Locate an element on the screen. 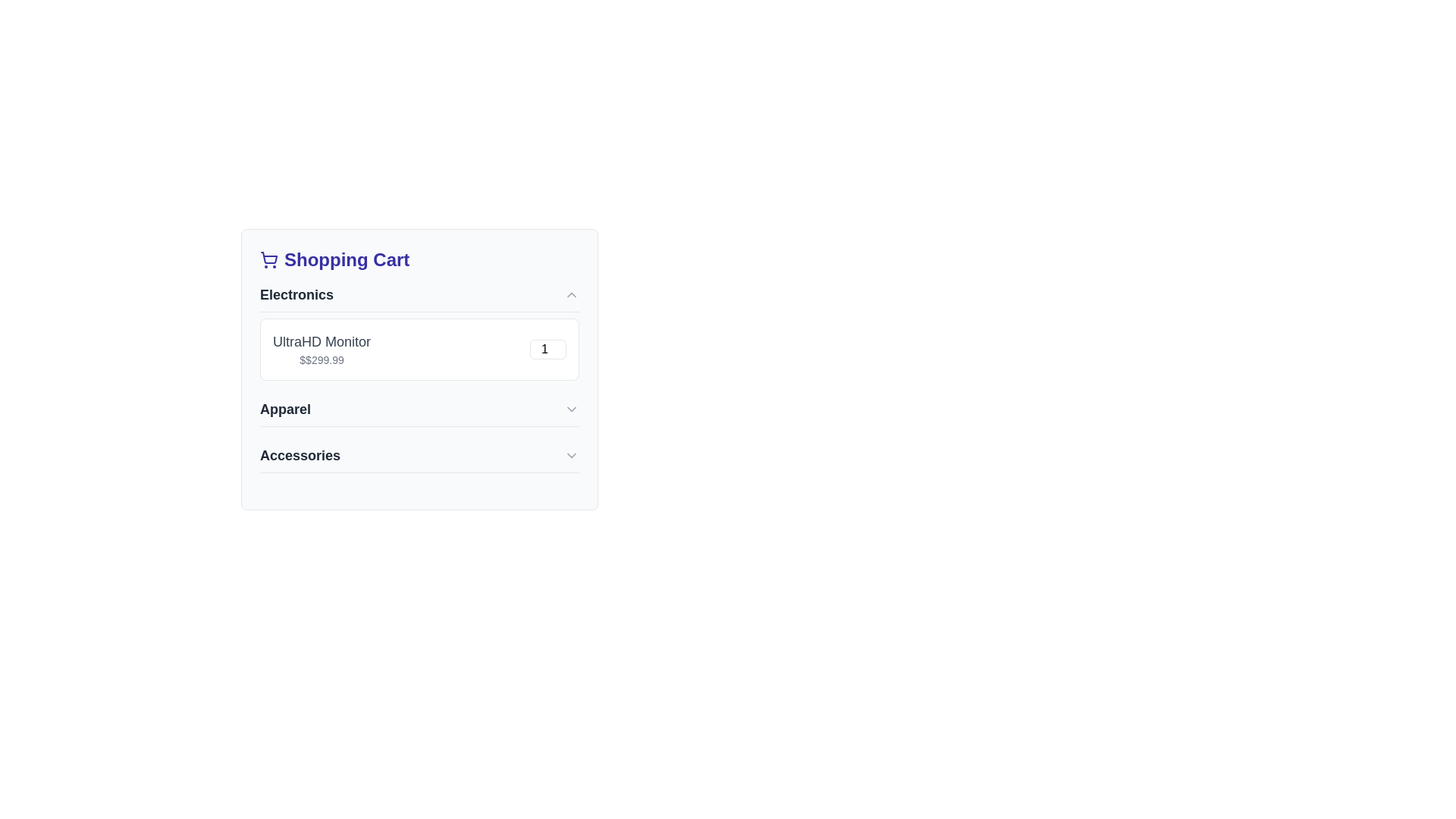  the Chevron icon located to the far right of the 'Accessories' label is located at coordinates (570, 455).